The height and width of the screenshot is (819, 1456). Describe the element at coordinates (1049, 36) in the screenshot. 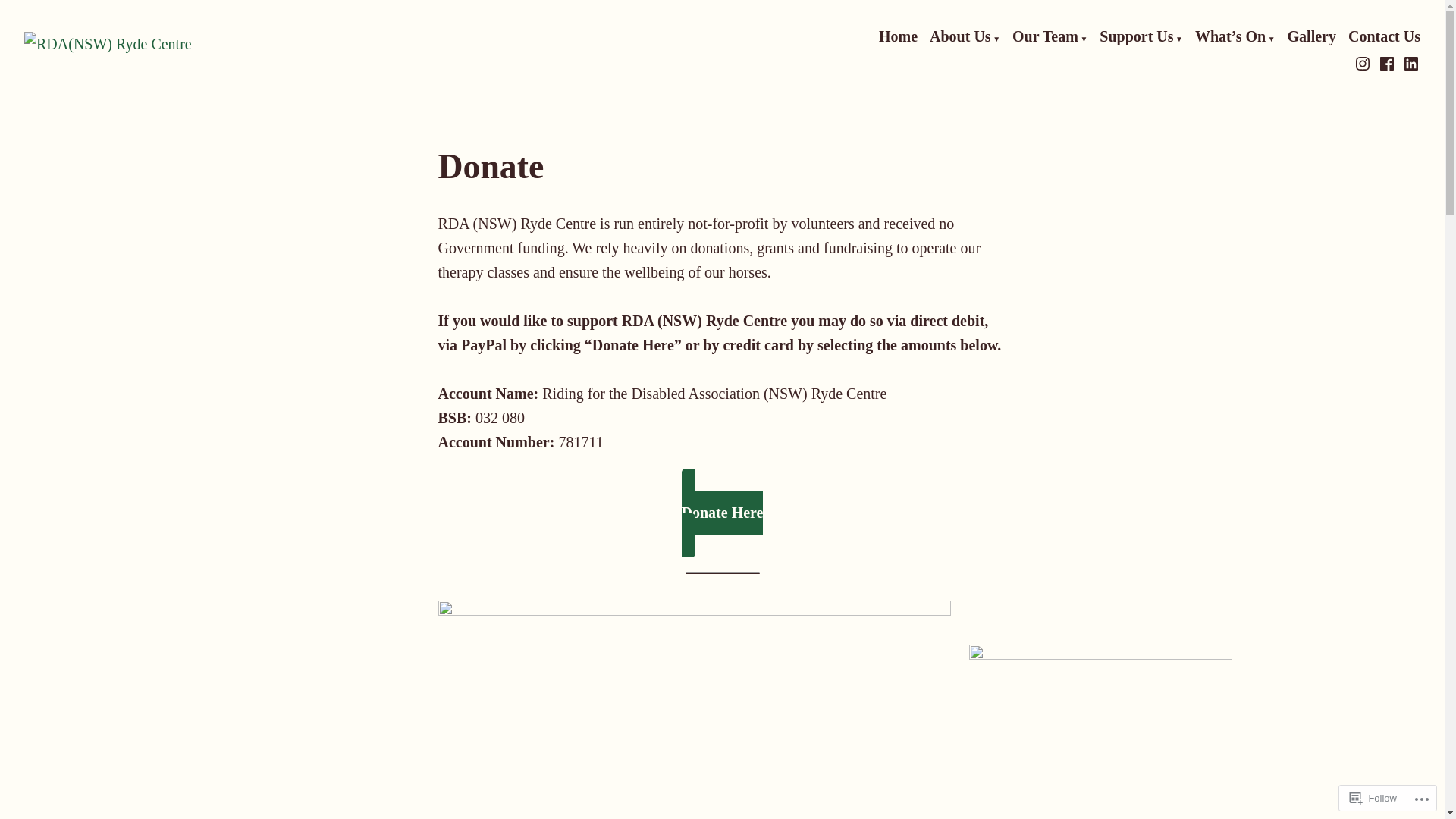

I see `'Our Team'` at that location.